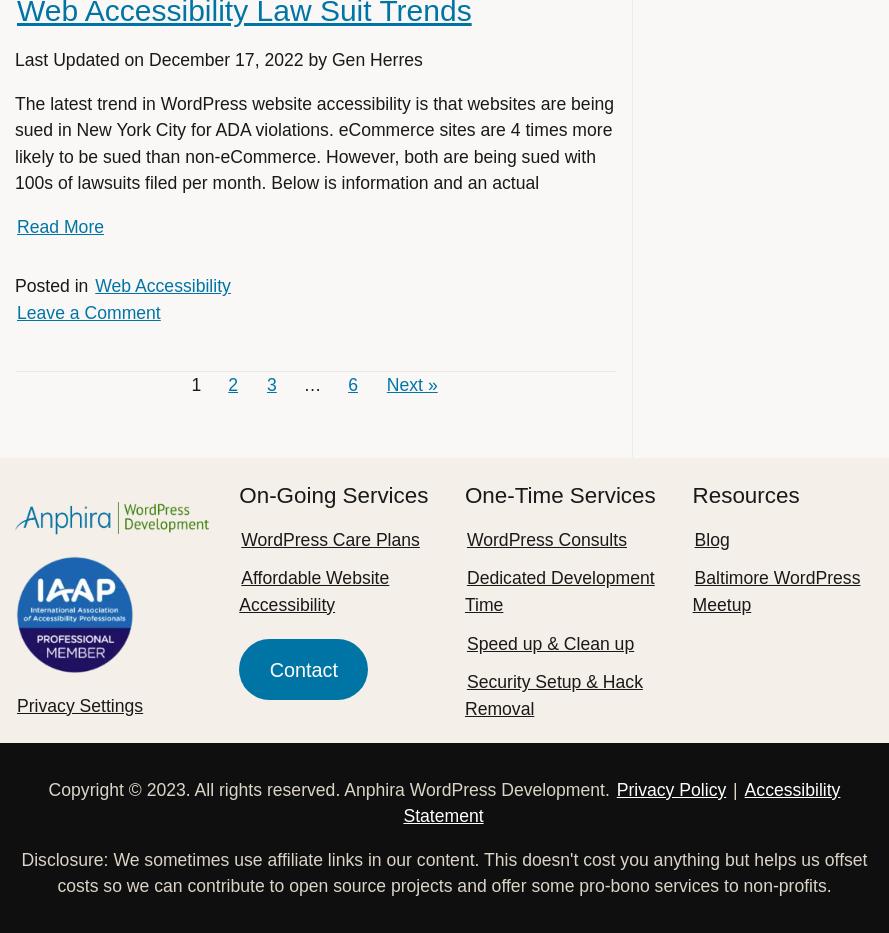 This screenshot has width=889, height=933. I want to click on 'Read More', so click(60, 225).